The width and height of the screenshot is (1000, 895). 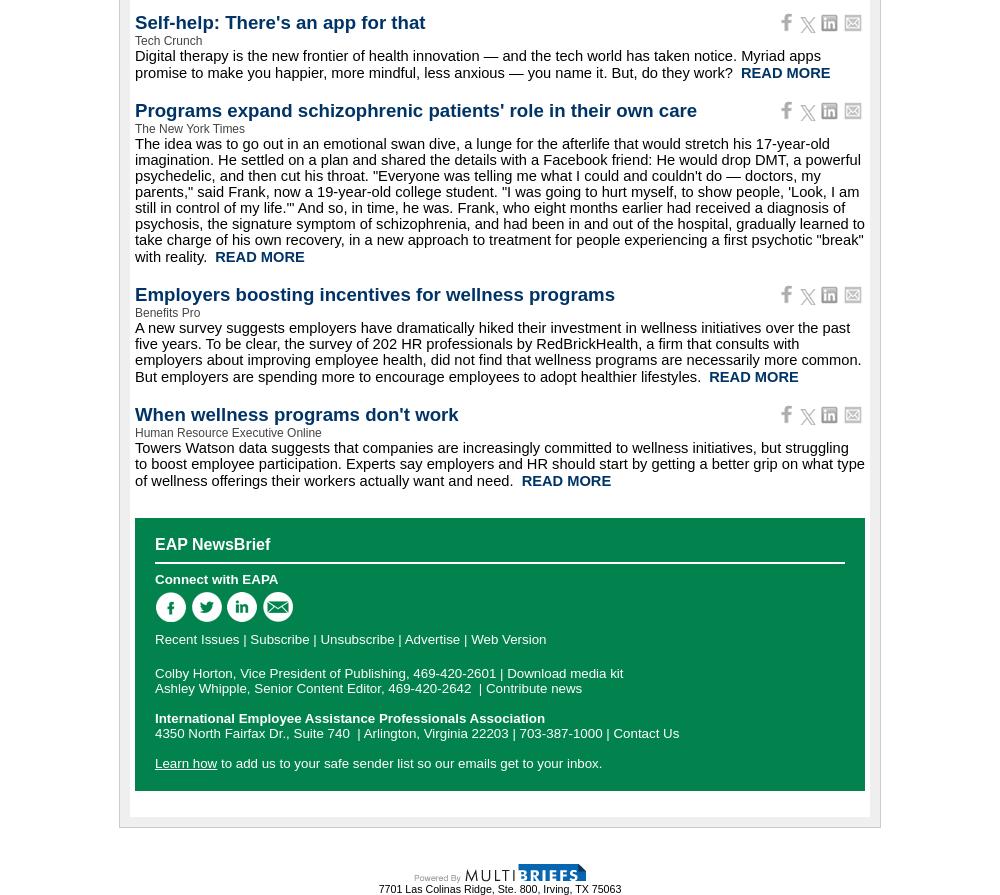 I want to click on 'The idea was to go out in an emotional swan dive, a lunge for the afterlife that would stretch his 17-year-old imagination. He settled on a plan and shared the details with a Facebook friend: He would drop DMT, a powerful psychedelic, and then cut his throat.

"Everyone was telling me what I could and couldn't do — doctors, my parents," said Frank, now a 19-year-old college student. "I was going to hurt myself, to show people, 'Look, I am still in control of my life.'" And so, in time, he was. Frank, who eight months earlier had received a diagnosis of psychosis, the signature symptom of schizophrenia, and had been in and out of the hospital, gradually learned to take charge of his own recovery, in a new approach to treatment for people experiencing a first psychotic "break" with reality.', so click(x=500, y=200).